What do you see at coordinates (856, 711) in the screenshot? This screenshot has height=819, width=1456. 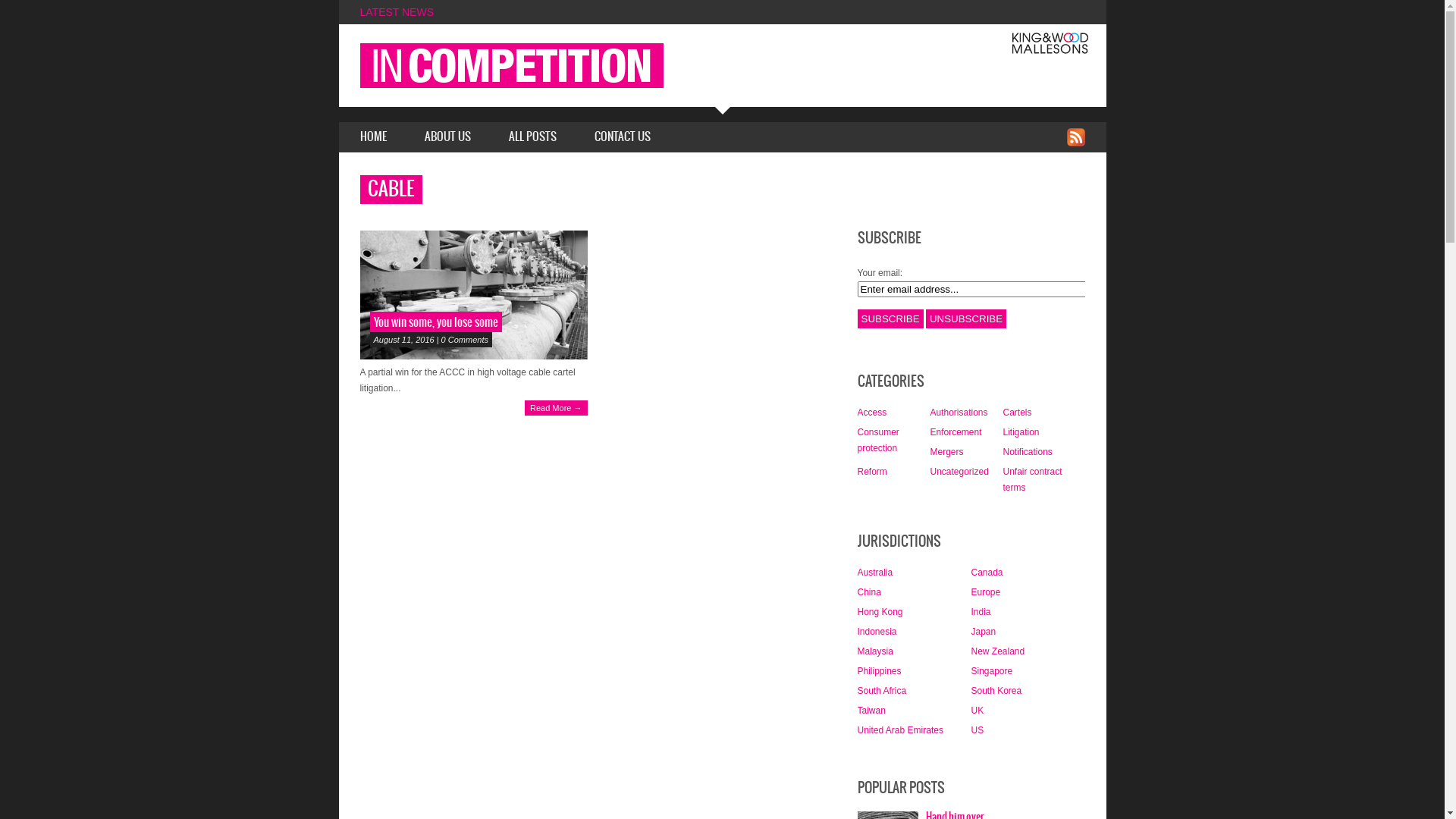 I see `'Taiwan'` at bounding box center [856, 711].